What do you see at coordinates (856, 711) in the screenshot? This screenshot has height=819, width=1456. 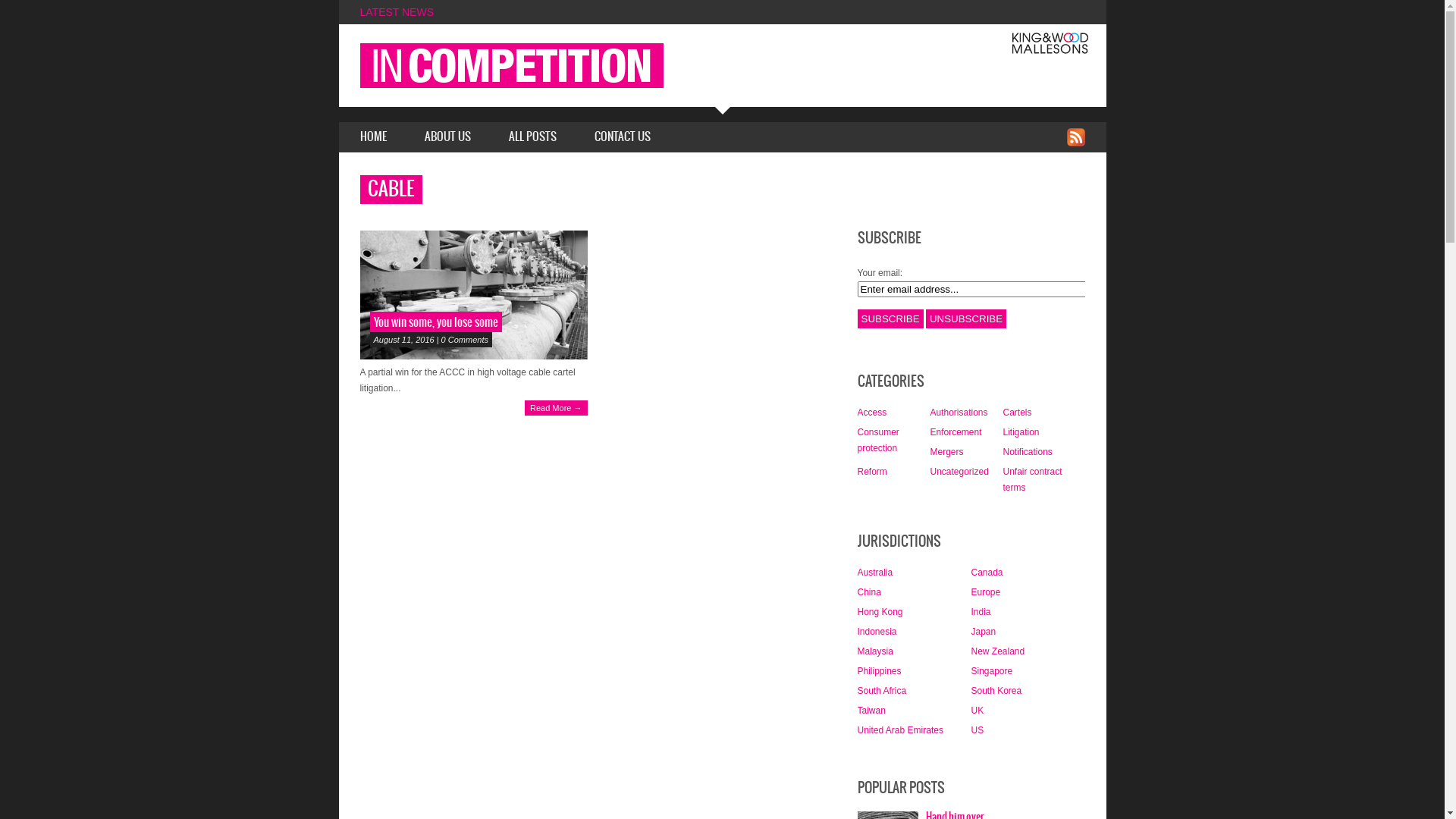 I see `'Taiwan'` at bounding box center [856, 711].